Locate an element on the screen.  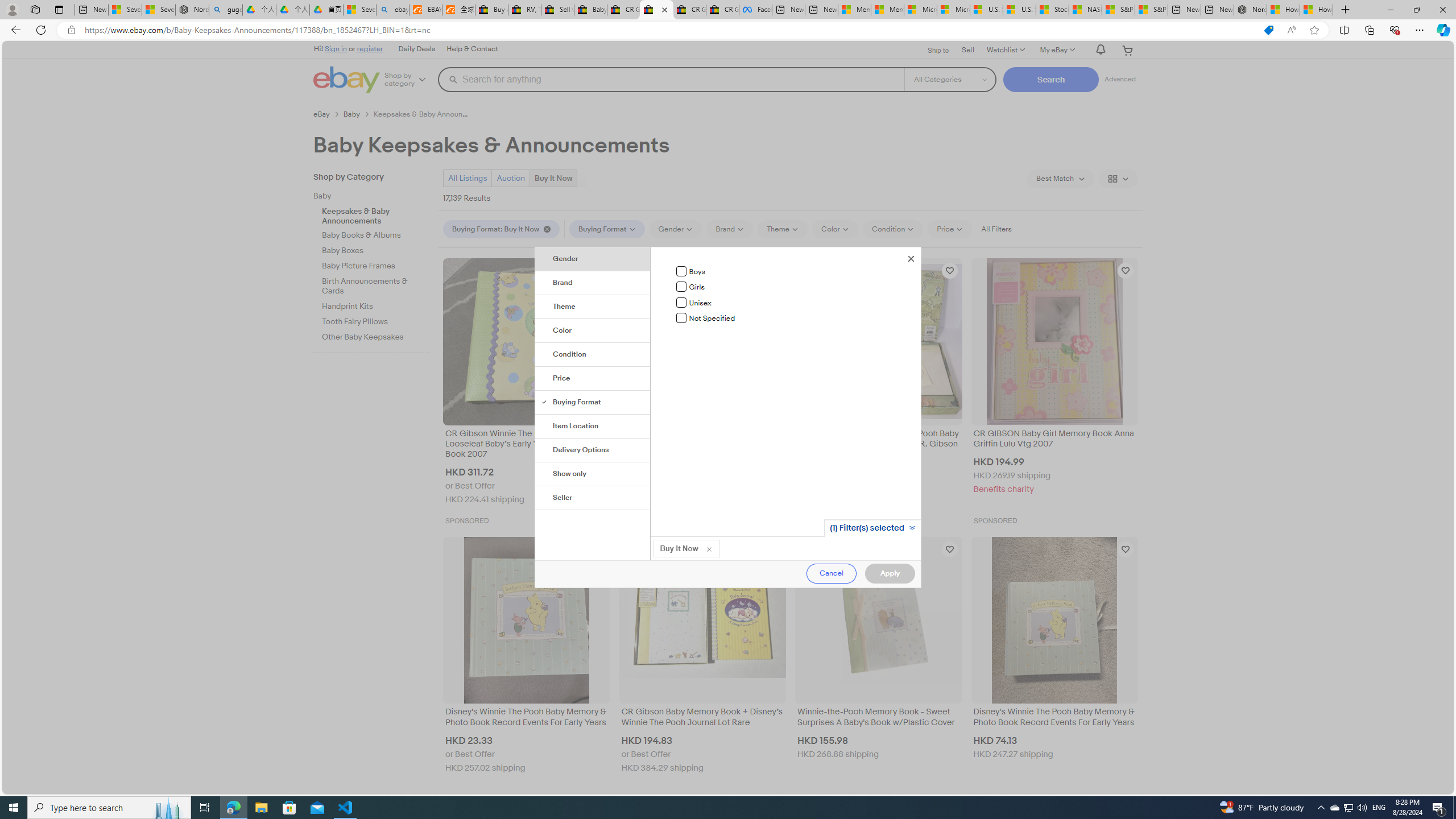
'Condition' is located at coordinates (593, 355).